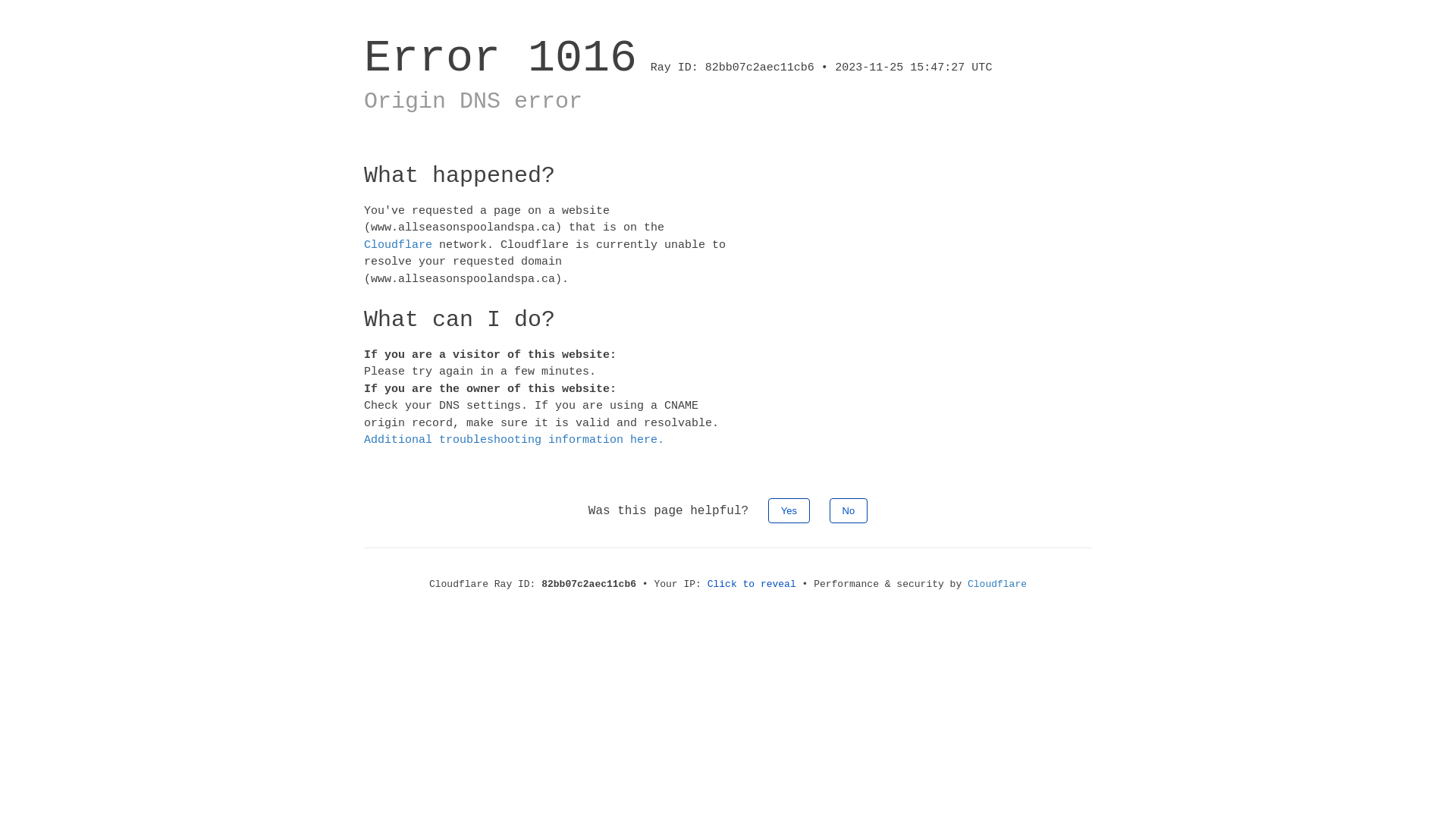 The image size is (1456, 819). What do you see at coordinates (848, 510) in the screenshot?
I see `'No'` at bounding box center [848, 510].